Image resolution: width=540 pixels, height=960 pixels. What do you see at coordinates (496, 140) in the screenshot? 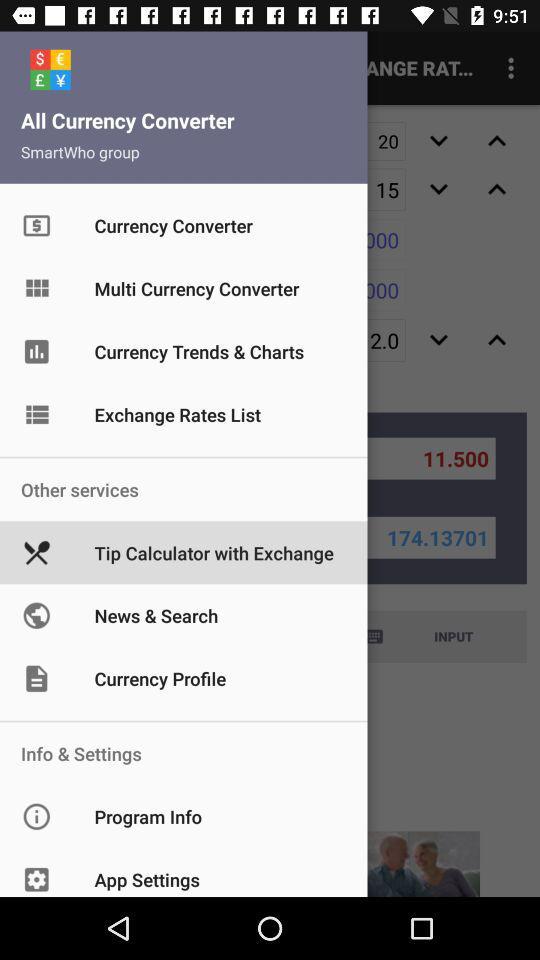
I see `the expand_less icon` at bounding box center [496, 140].